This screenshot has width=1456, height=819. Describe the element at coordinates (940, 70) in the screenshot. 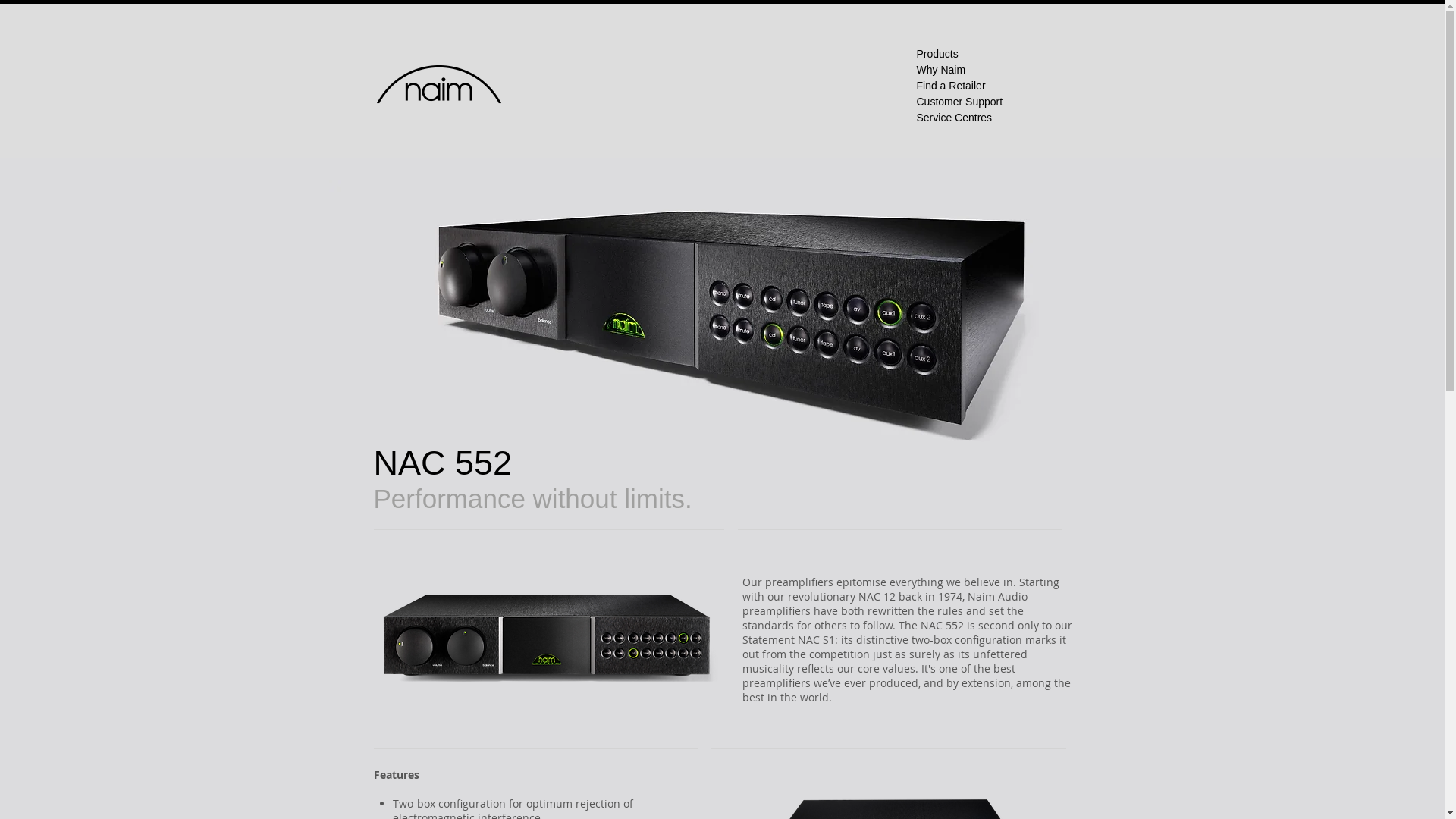

I see `'Why Naim'` at that location.